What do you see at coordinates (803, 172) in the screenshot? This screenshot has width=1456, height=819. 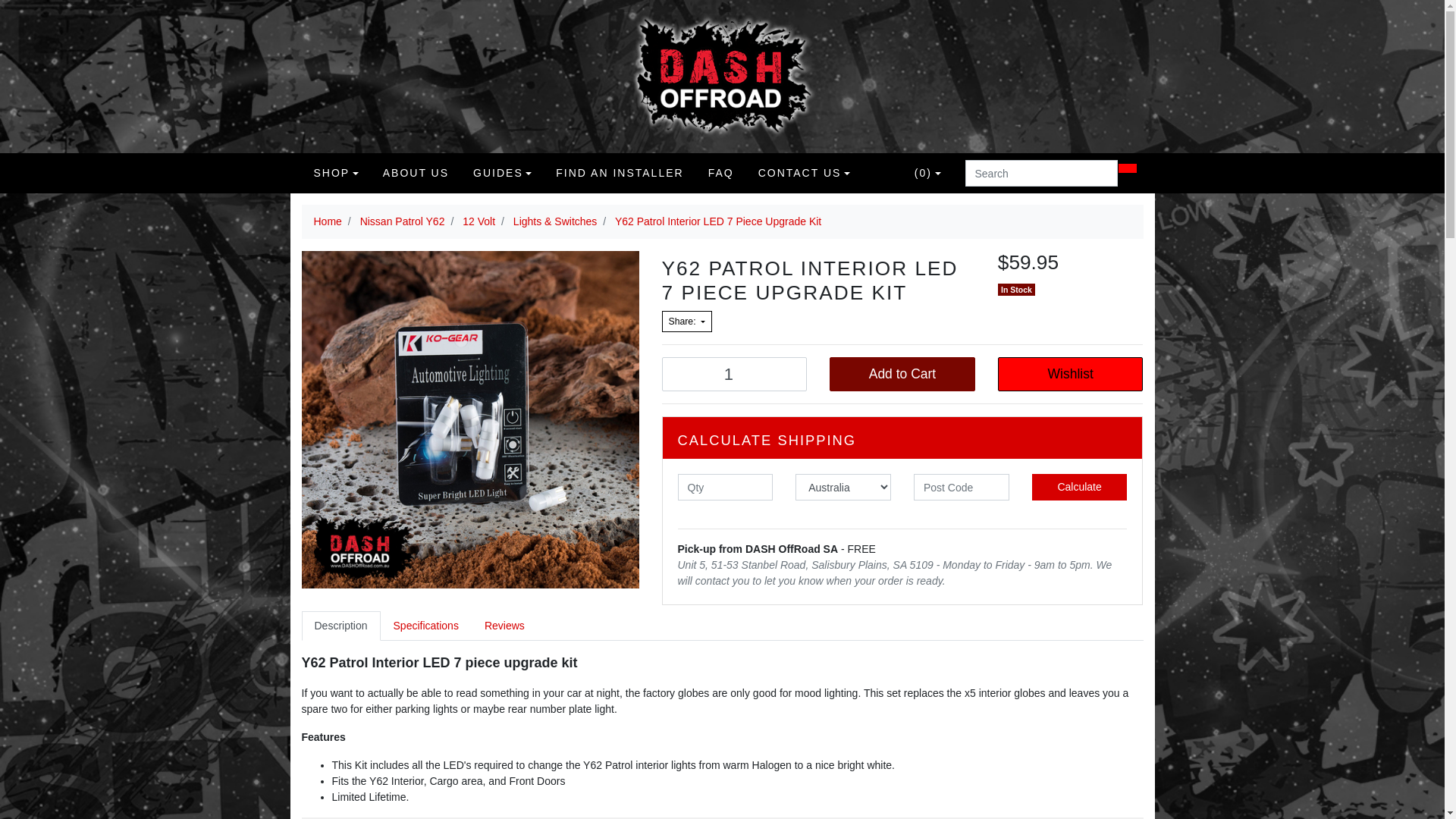 I see `'CONTACT US'` at bounding box center [803, 172].